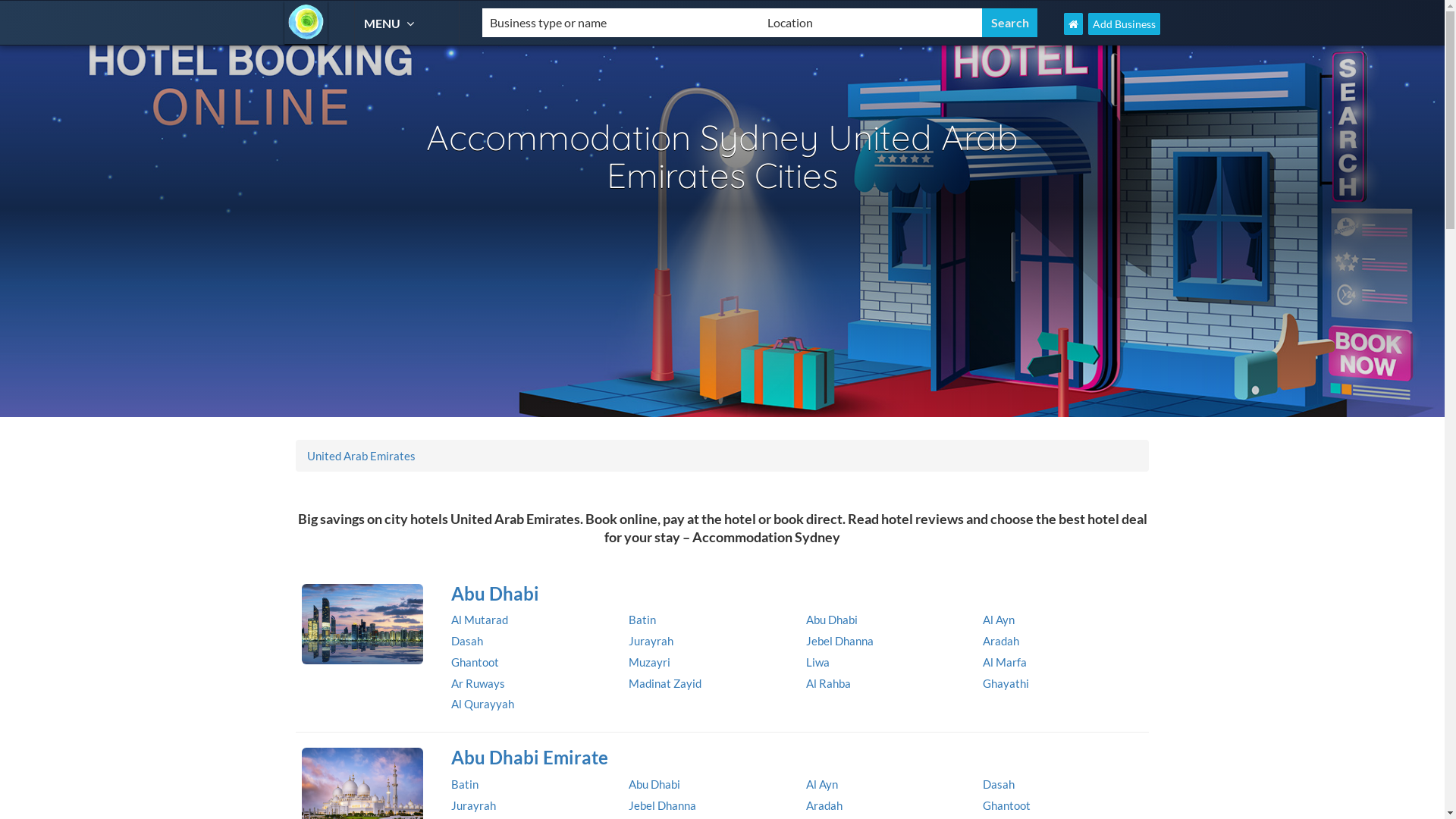 The width and height of the screenshot is (1456, 819). I want to click on 'Dasah', so click(998, 783).